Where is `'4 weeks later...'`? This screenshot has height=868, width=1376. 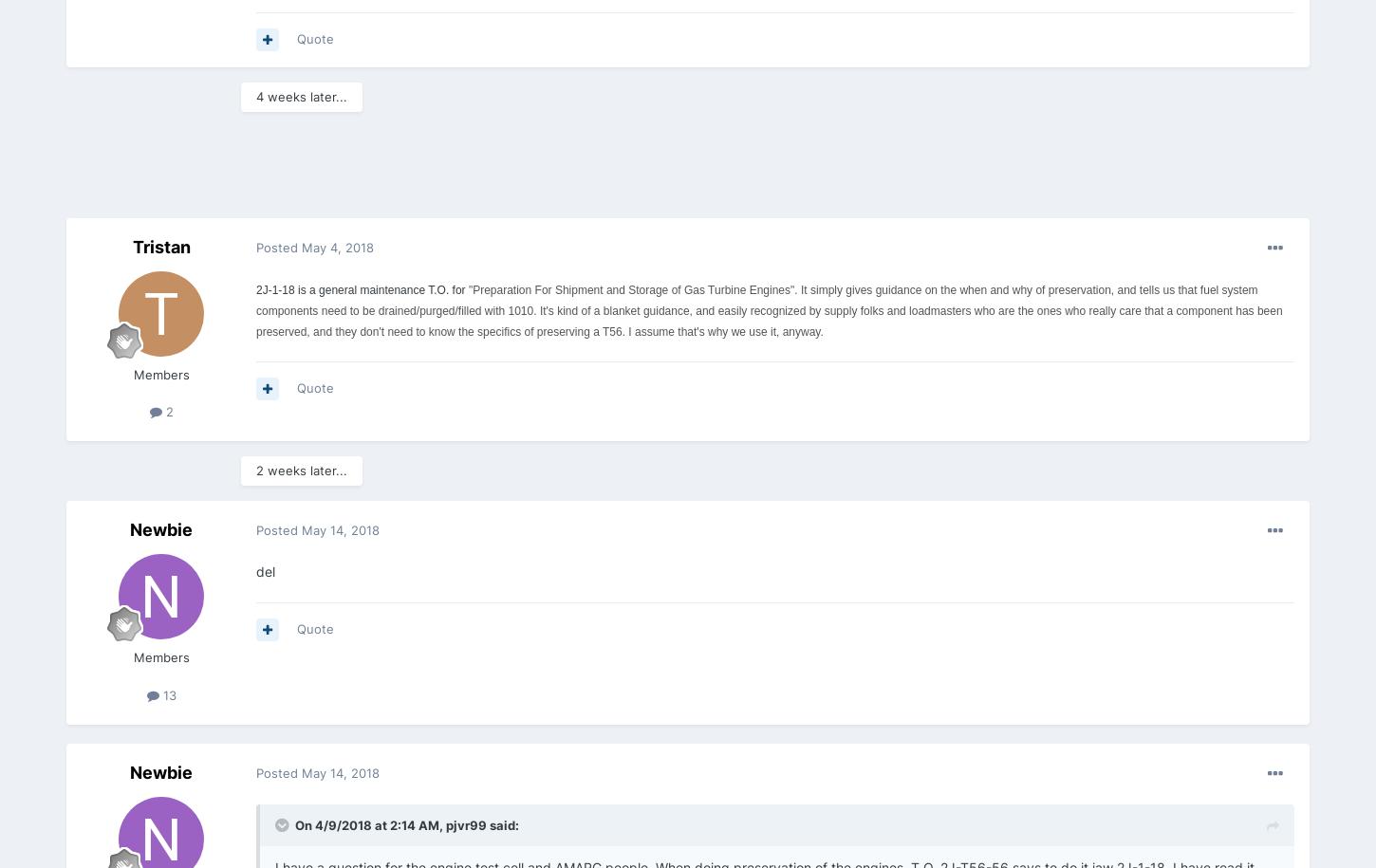 '4 weeks later...' is located at coordinates (301, 95).